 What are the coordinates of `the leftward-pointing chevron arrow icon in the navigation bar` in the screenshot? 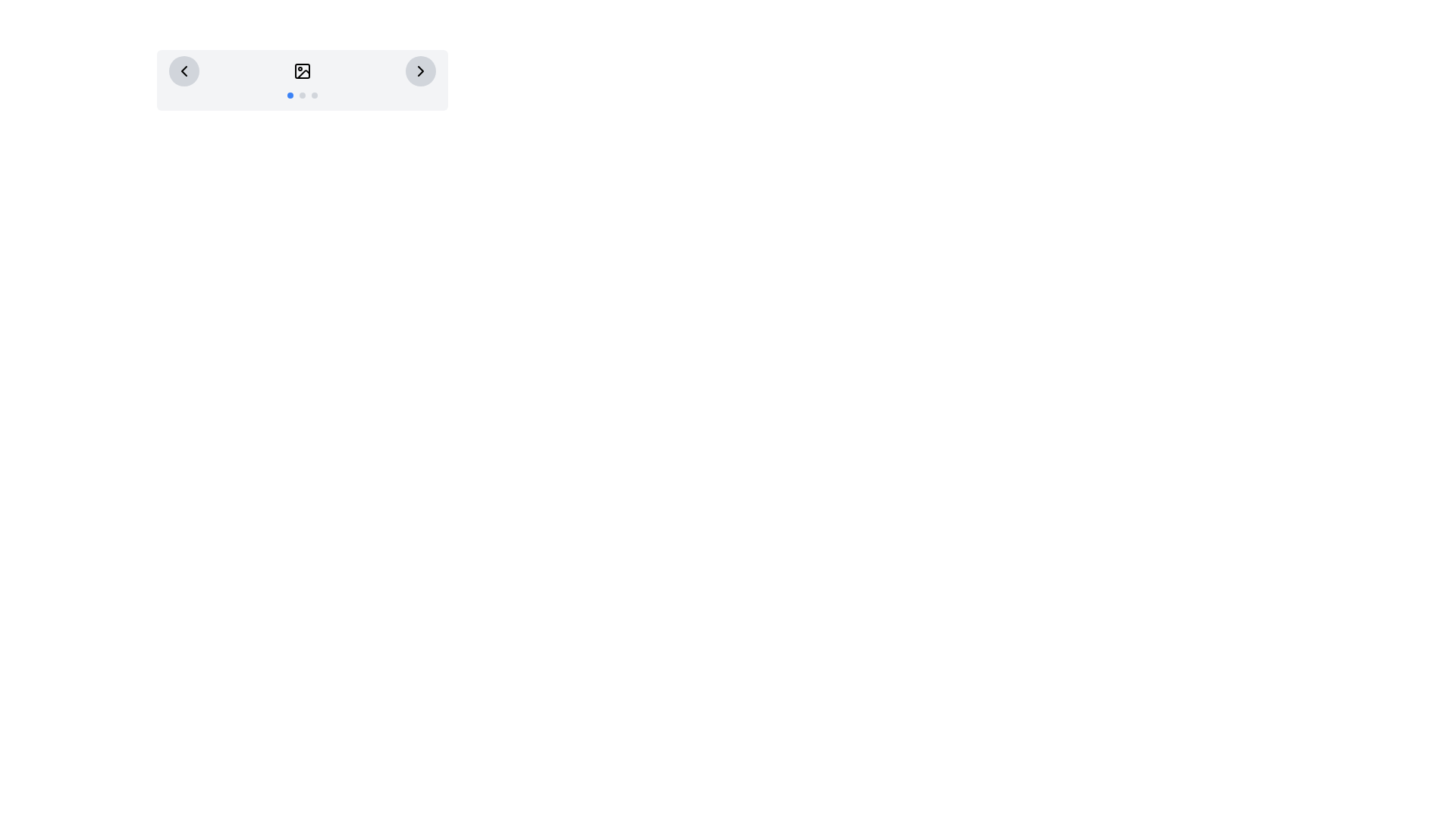 It's located at (183, 71).